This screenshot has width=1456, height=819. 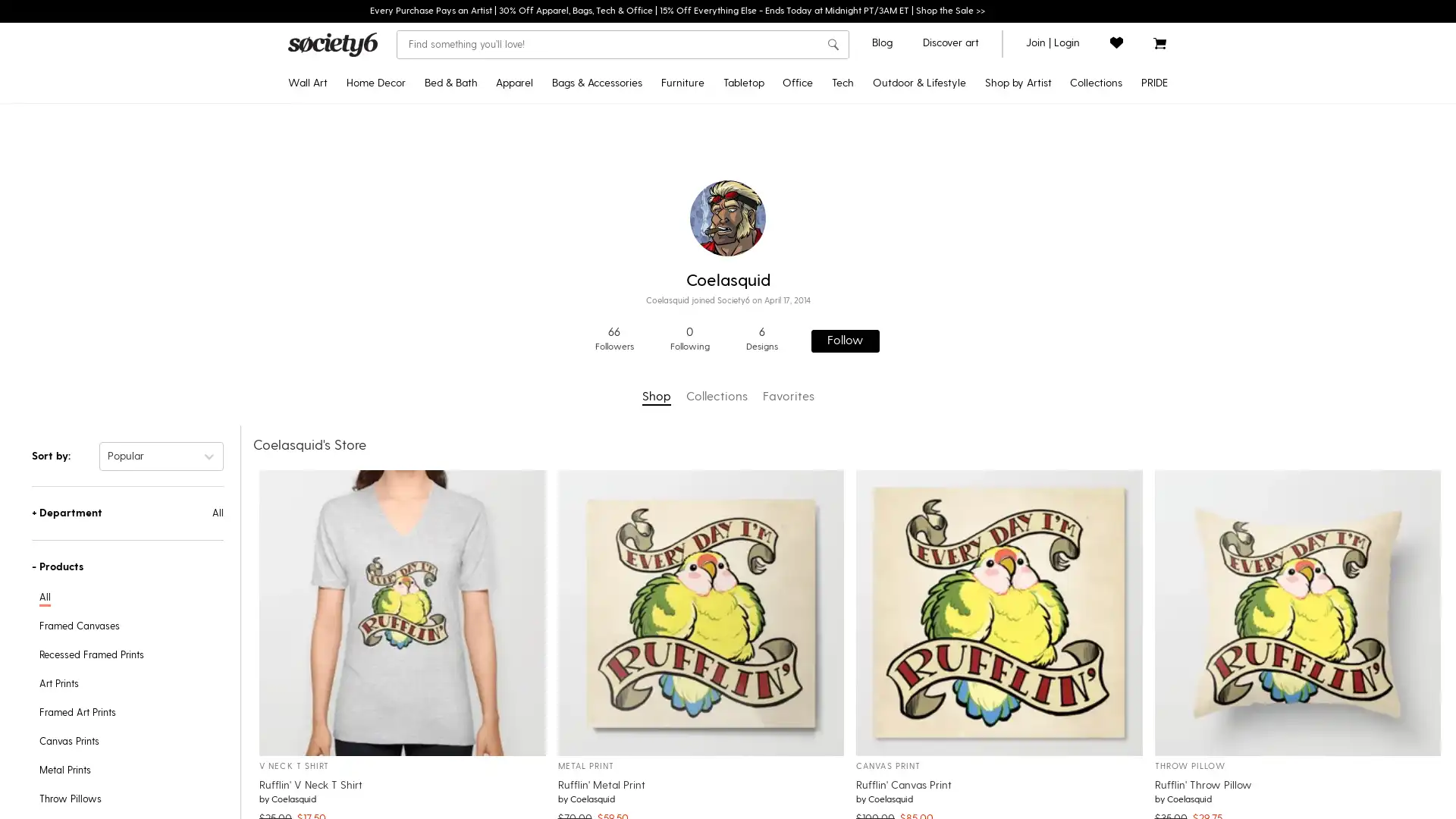 I want to click on Can Coolers, so click(x=939, y=317).